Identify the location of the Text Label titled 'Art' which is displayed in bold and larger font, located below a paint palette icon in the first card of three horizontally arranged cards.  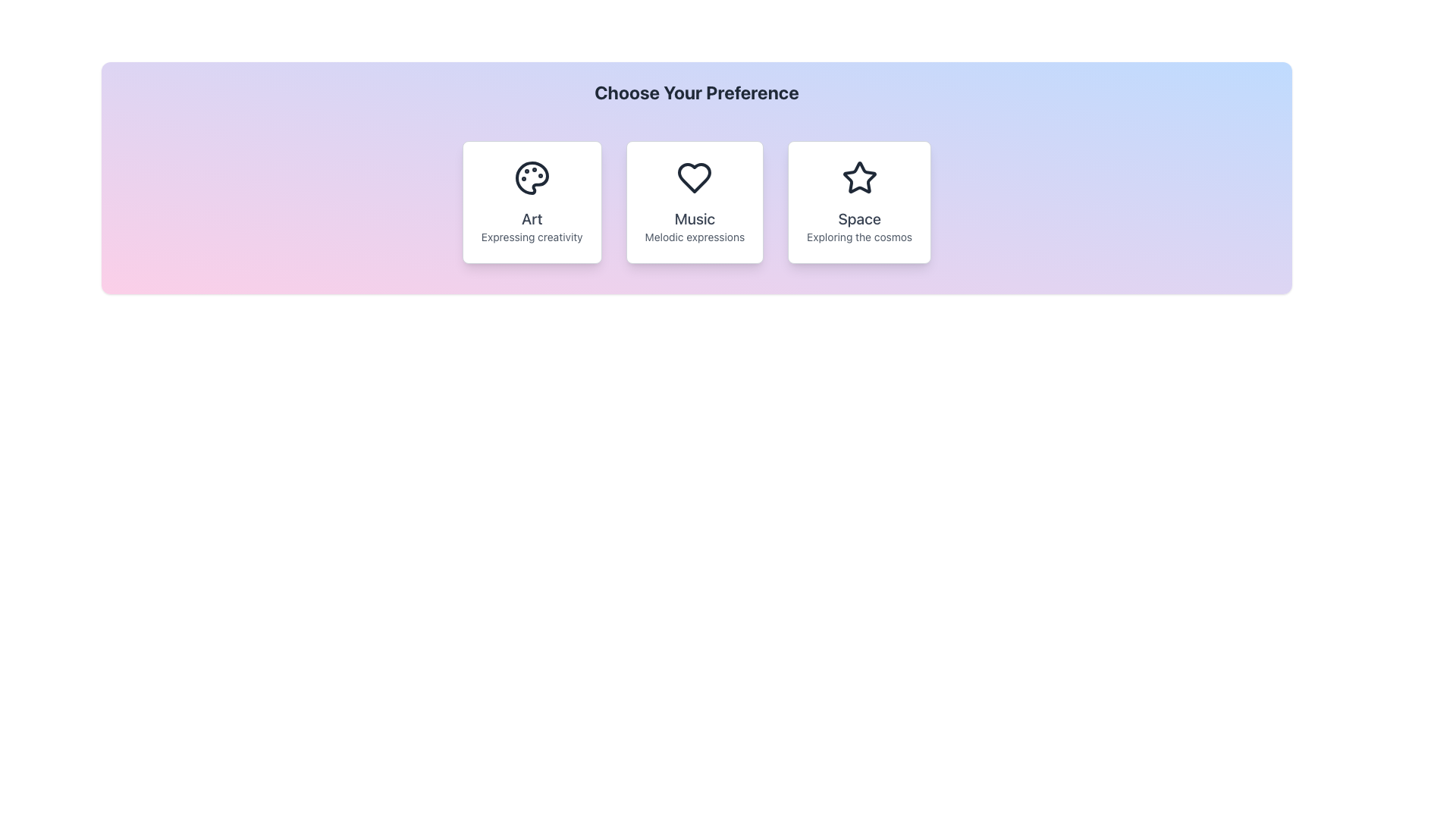
(532, 227).